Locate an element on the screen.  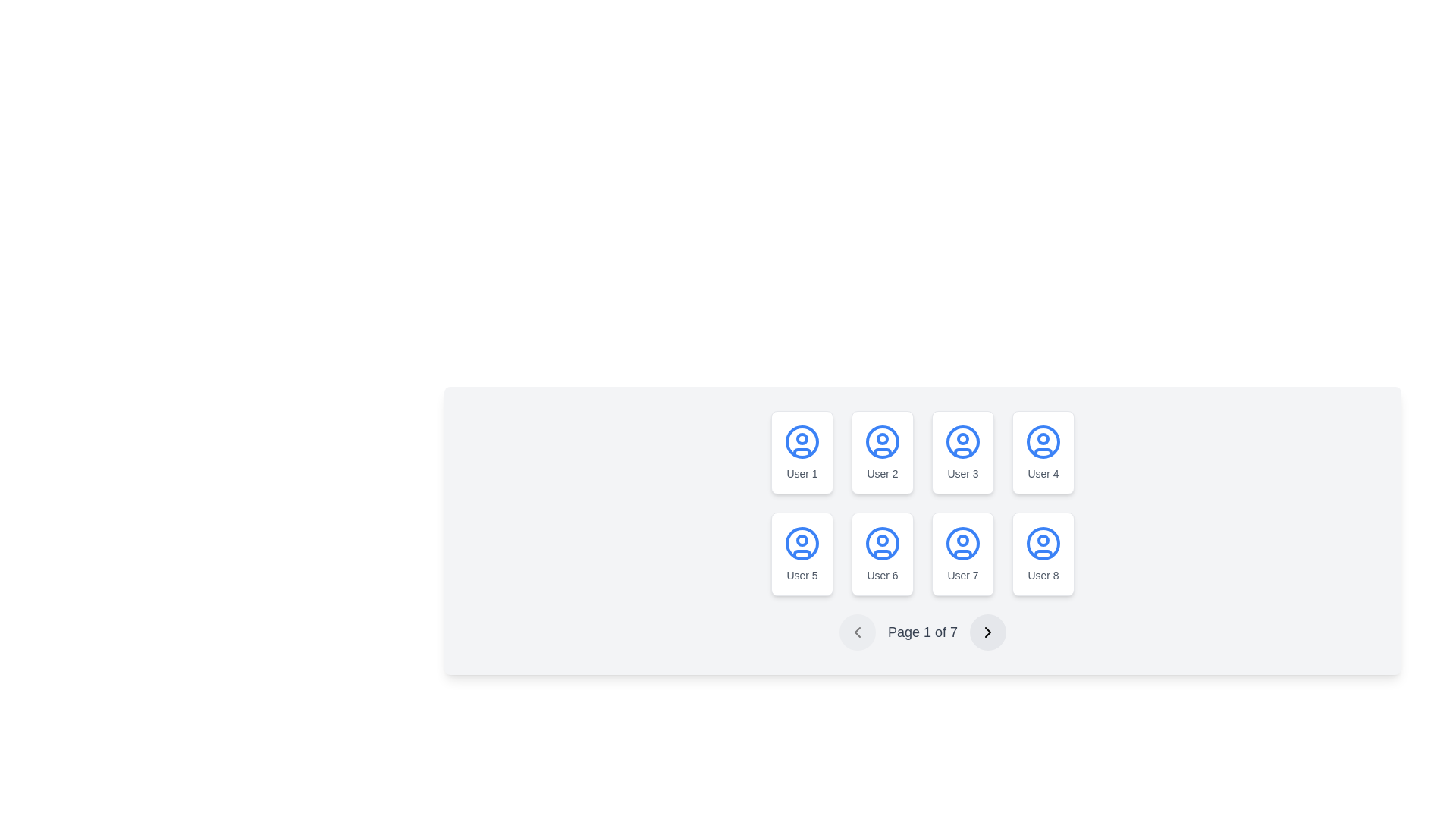
the circular button with a gray background and a right-pointing black chevron to go to the next page in the pagination controls is located at coordinates (988, 632).